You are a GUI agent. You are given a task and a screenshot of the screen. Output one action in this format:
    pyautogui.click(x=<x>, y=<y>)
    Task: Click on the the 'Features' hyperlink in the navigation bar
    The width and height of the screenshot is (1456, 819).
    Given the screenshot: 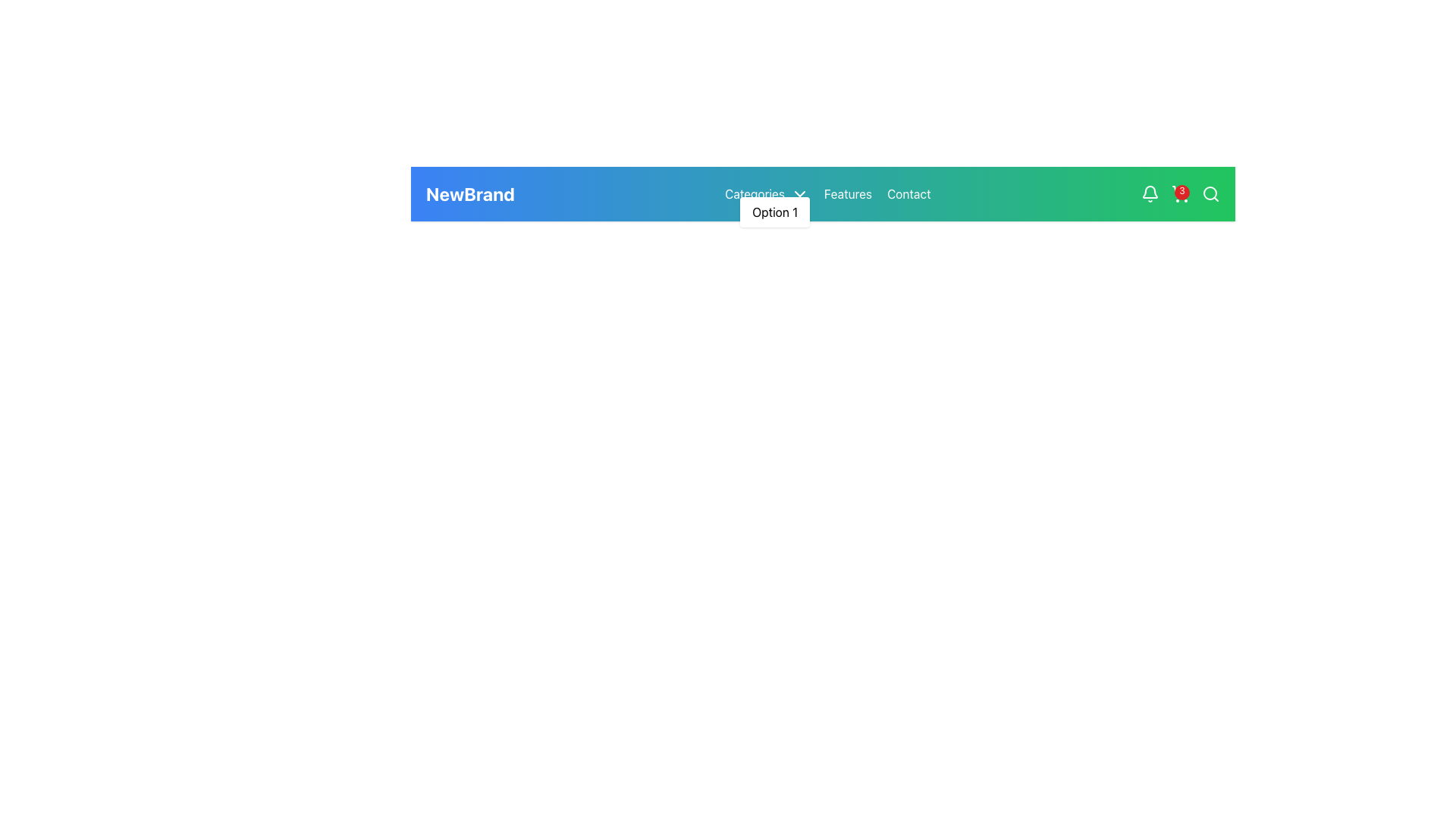 What is the action you would take?
    pyautogui.click(x=847, y=193)
    